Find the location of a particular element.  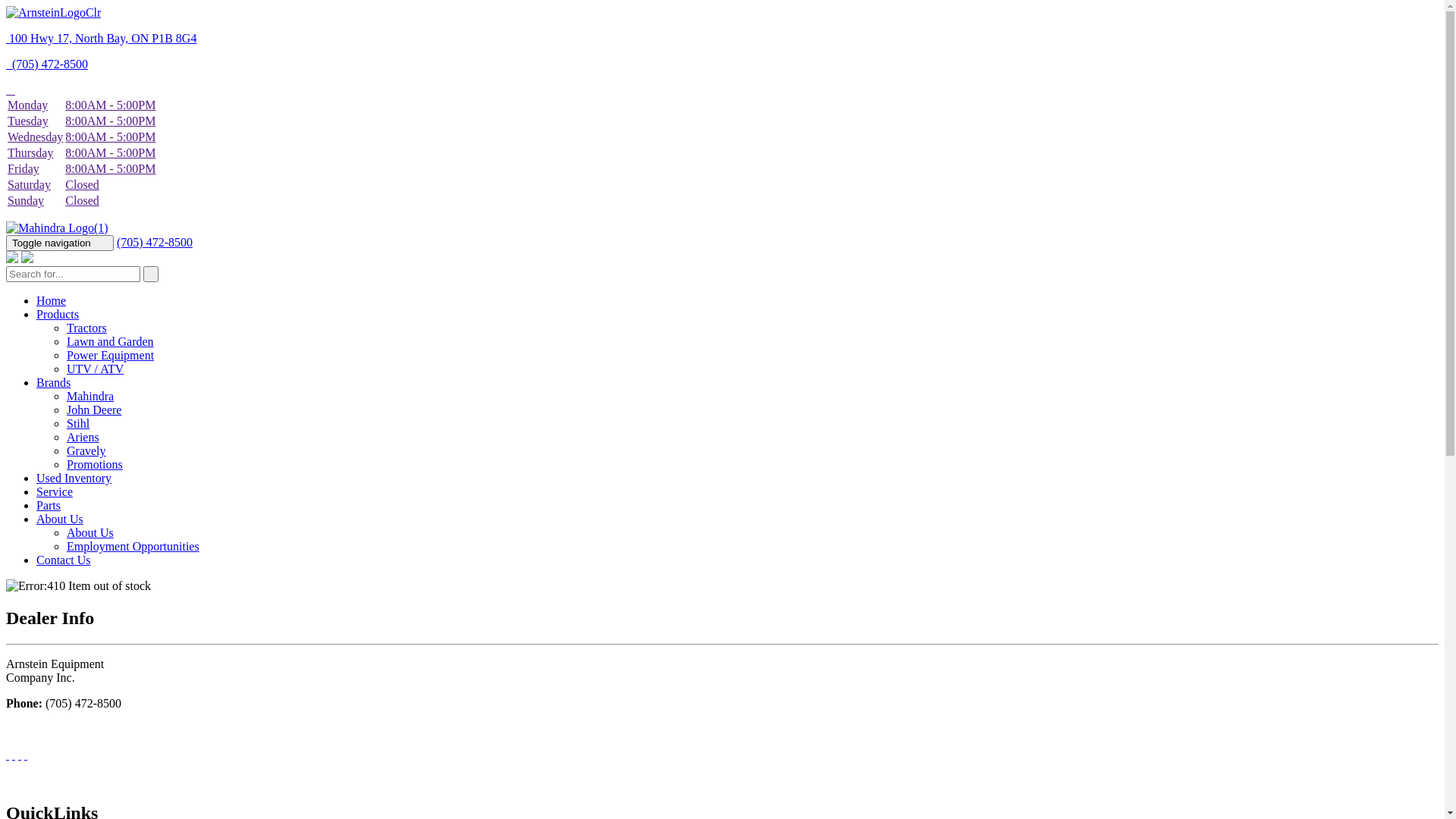

'Tractors' is located at coordinates (86, 327).